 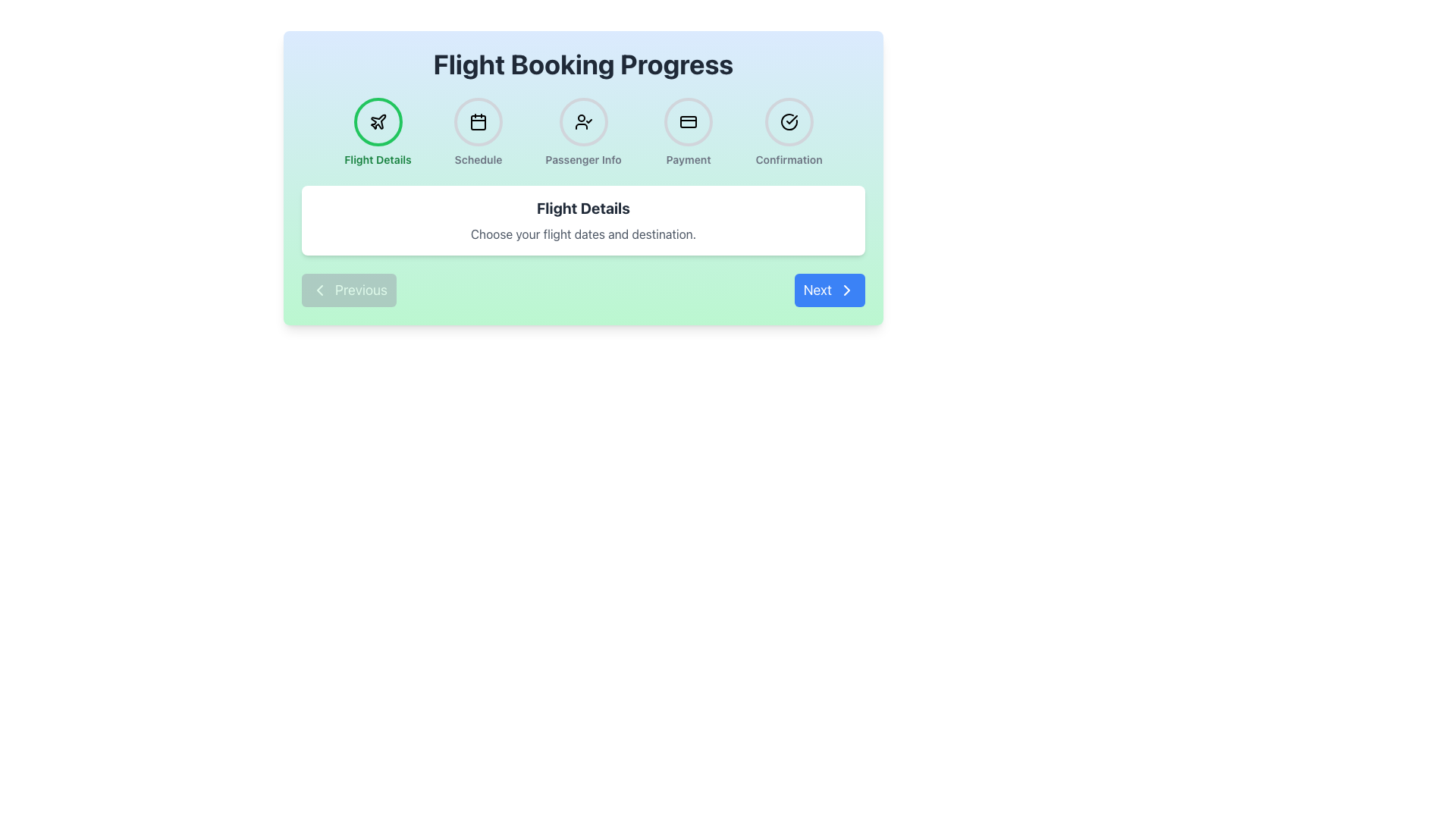 I want to click on the 'Flight Details' text label, which is displayed in a green font and is positioned below an airplane icon in the navigation bar, so click(x=378, y=160).